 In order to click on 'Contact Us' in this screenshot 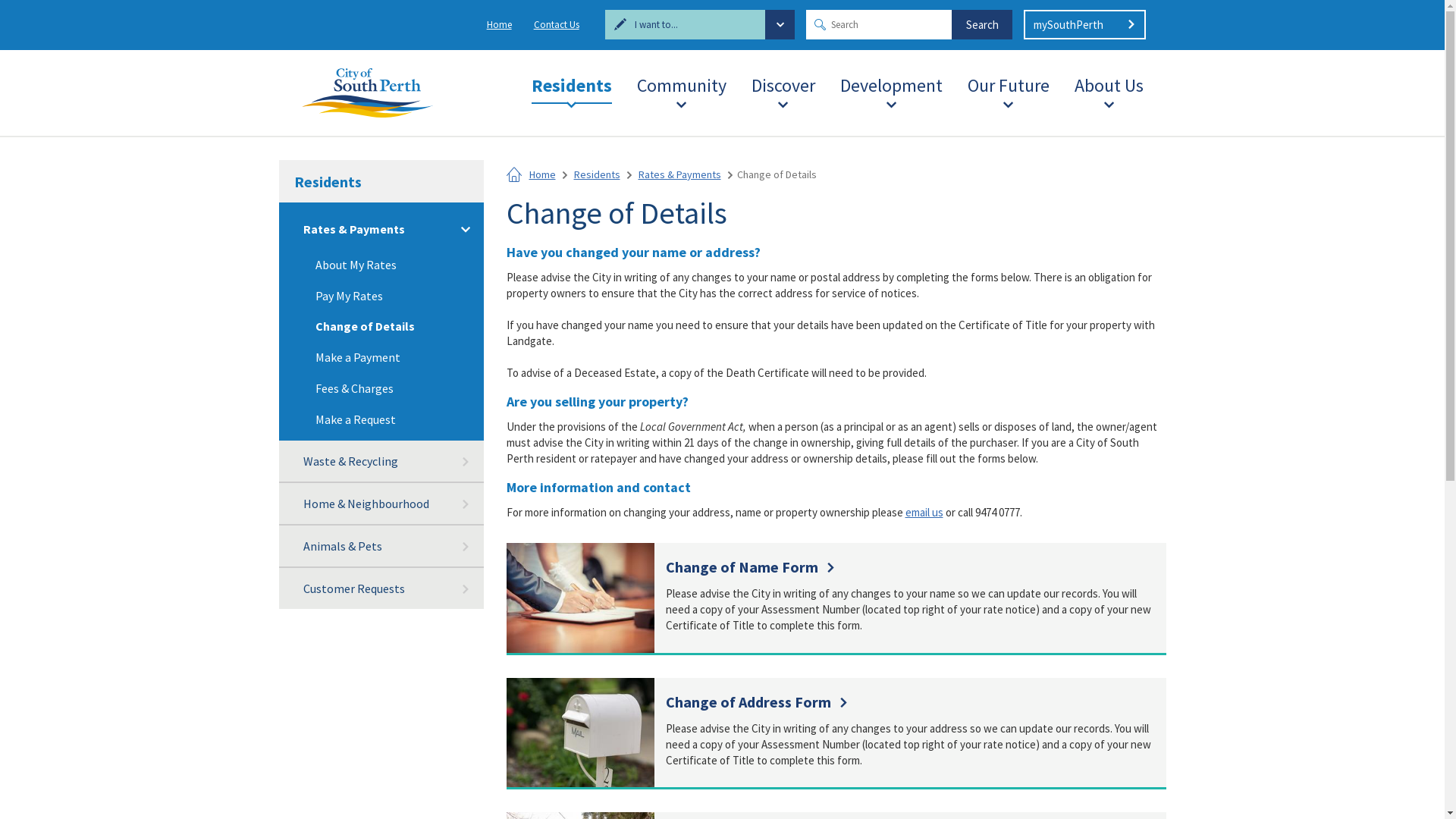, I will do `click(556, 24)`.